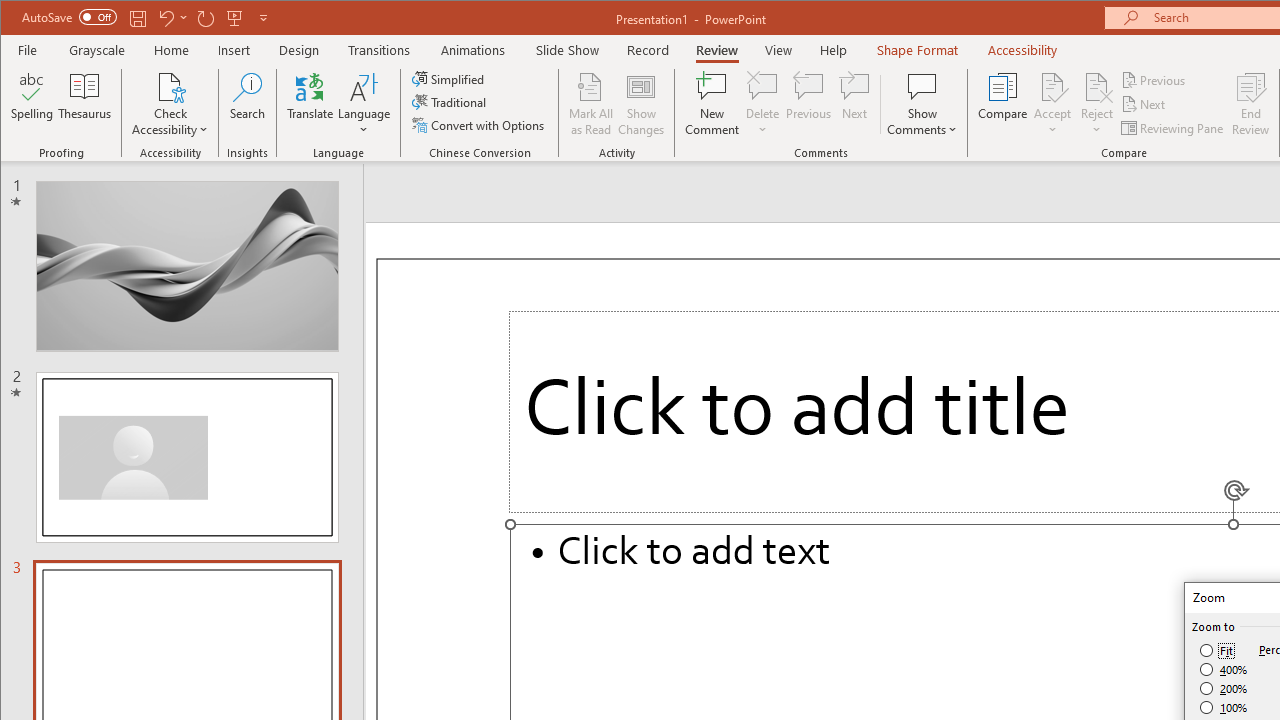 Image resolution: width=1280 pixels, height=720 pixels. Describe the element at coordinates (590, 104) in the screenshot. I see `'Mark All as Read'` at that location.